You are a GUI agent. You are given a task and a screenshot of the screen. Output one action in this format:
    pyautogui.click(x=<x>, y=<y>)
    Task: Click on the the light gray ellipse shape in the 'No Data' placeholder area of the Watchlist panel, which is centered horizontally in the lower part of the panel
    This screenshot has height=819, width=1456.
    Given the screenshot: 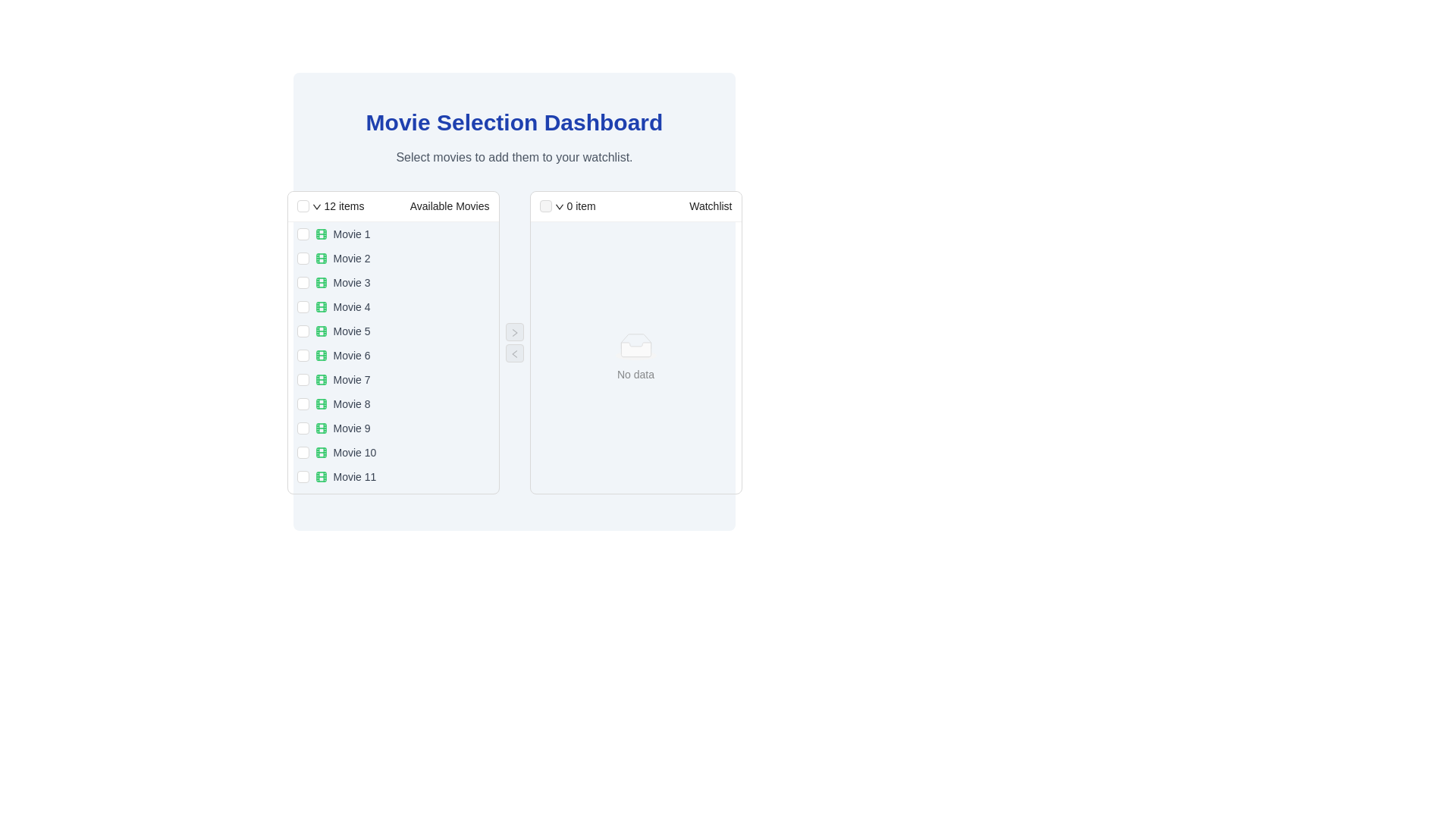 What is the action you would take?
    pyautogui.click(x=635, y=355)
    